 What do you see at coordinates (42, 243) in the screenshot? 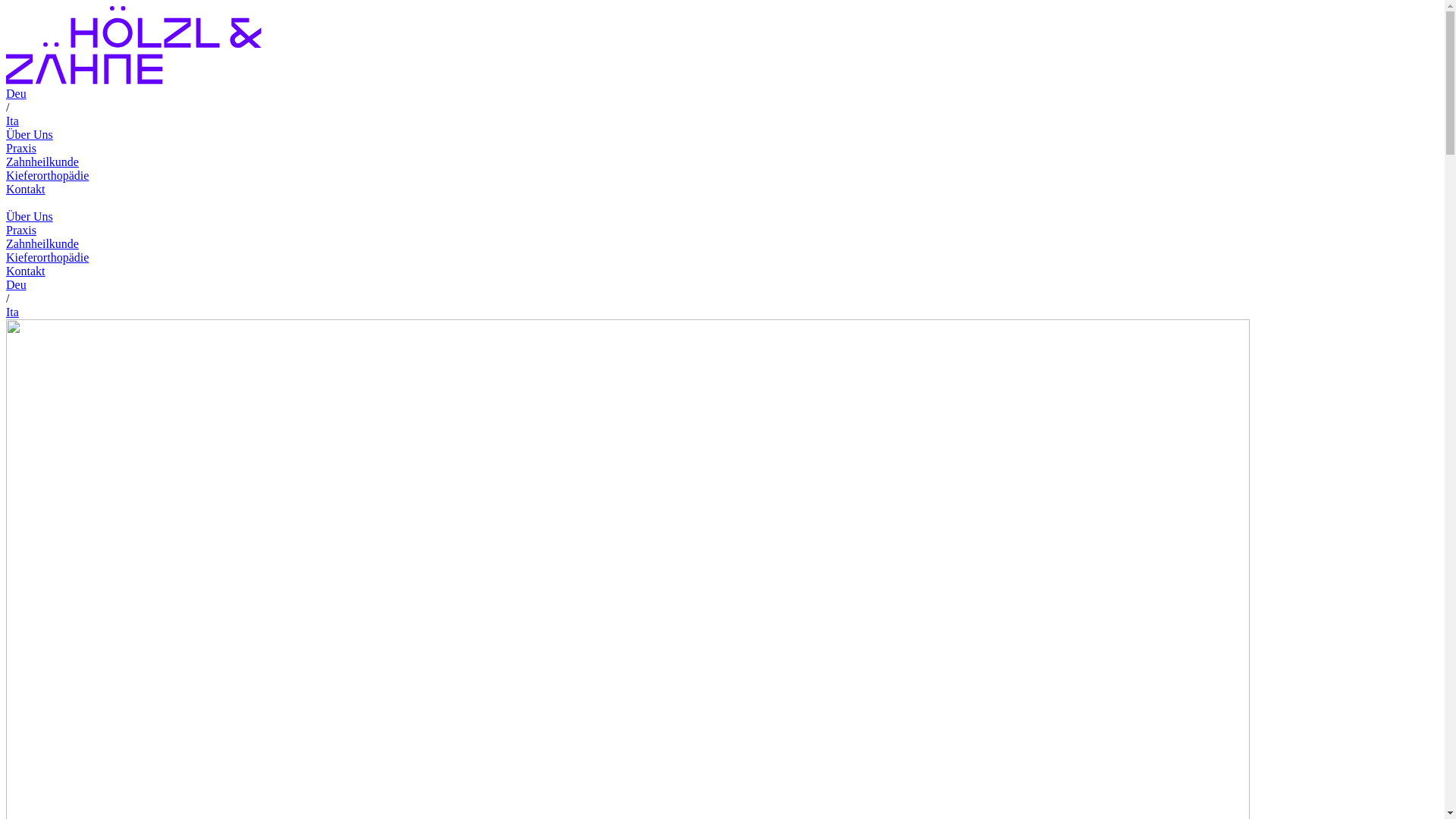
I see `'Zahnheilkunde'` at bounding box center [42, 243].